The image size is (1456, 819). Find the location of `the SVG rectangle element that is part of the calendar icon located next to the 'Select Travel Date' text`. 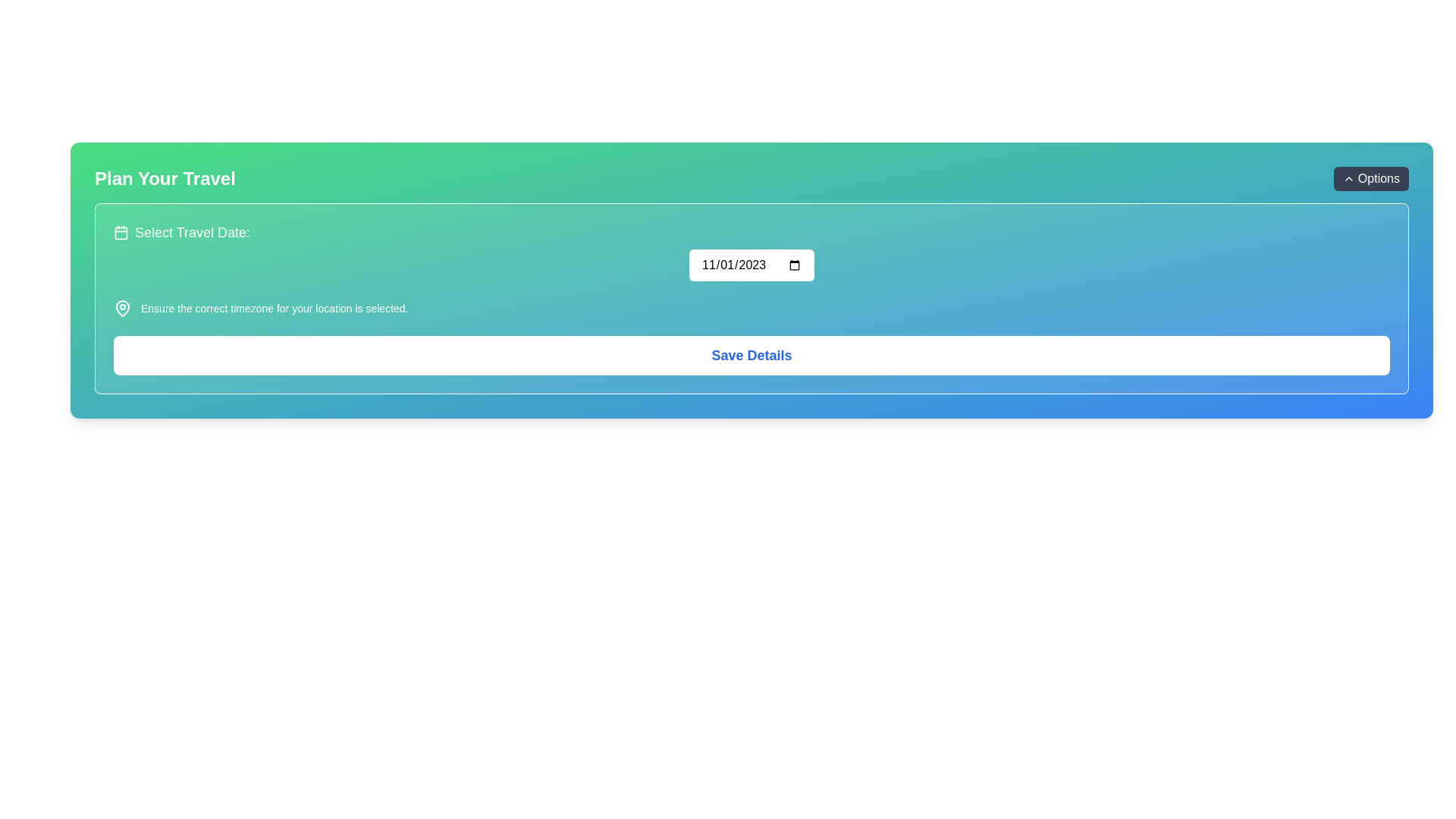

the SVG rectangle element that is part of the calendar icon located next to the 'Select Travel Date' text is located at coordinates (120, 233).